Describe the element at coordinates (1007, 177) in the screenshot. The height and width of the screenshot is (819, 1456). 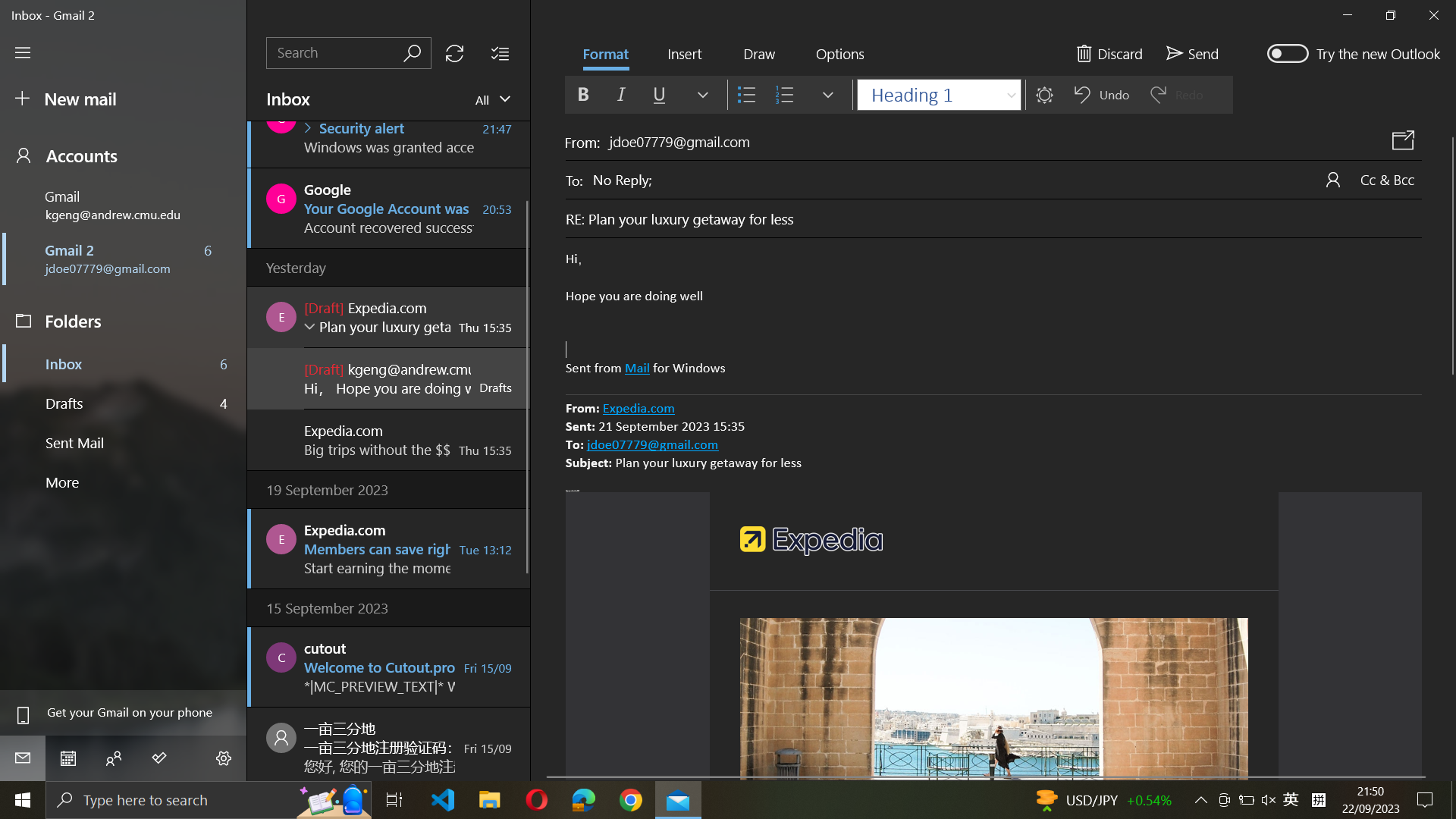
I see `Update the email recipient to "abc@example.com` at that location.